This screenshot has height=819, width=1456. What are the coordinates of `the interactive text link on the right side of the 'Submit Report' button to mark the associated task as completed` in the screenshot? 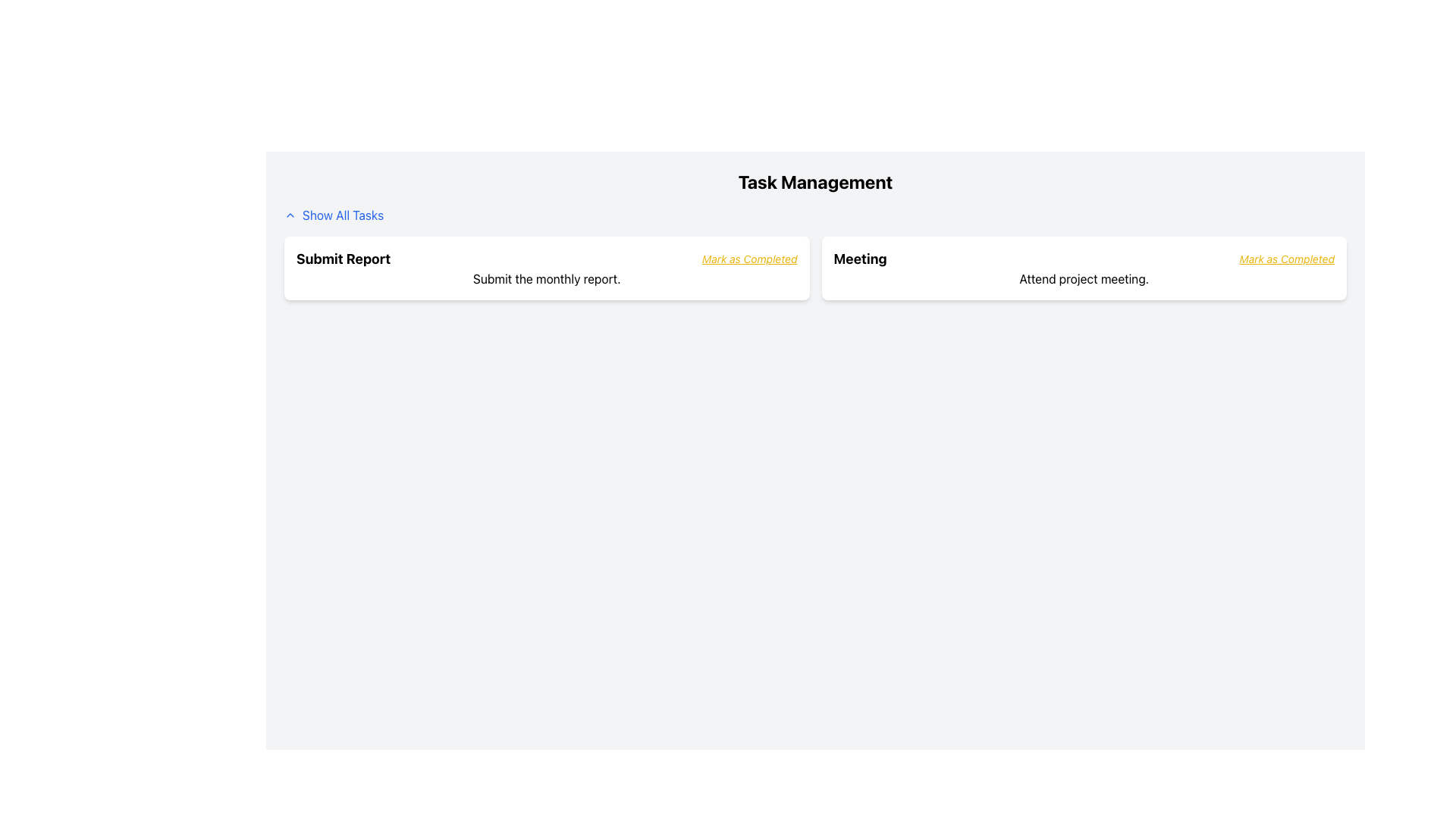 It's located at (749, 259).